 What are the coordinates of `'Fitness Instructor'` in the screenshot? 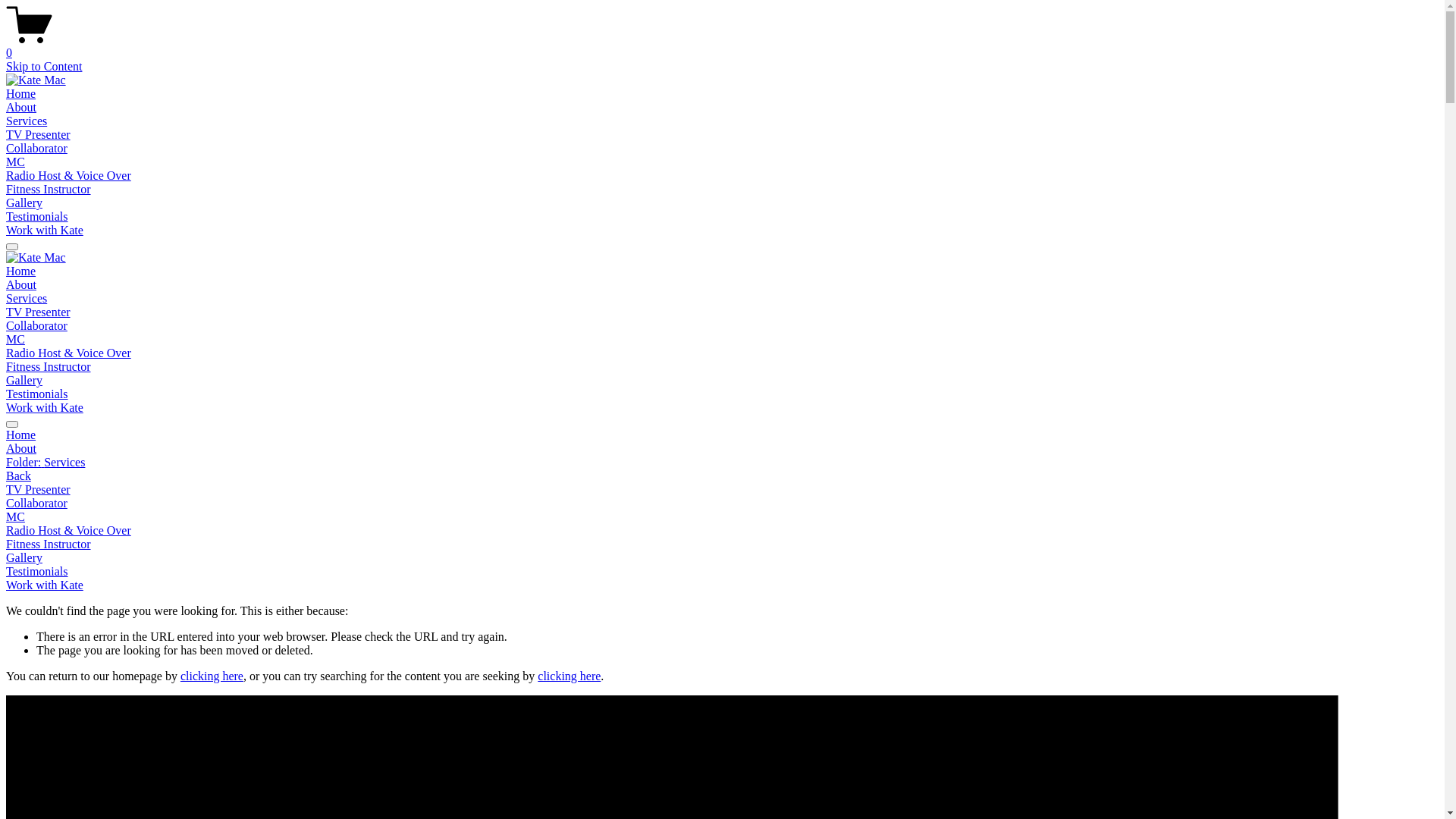 It's located at (48, 366).